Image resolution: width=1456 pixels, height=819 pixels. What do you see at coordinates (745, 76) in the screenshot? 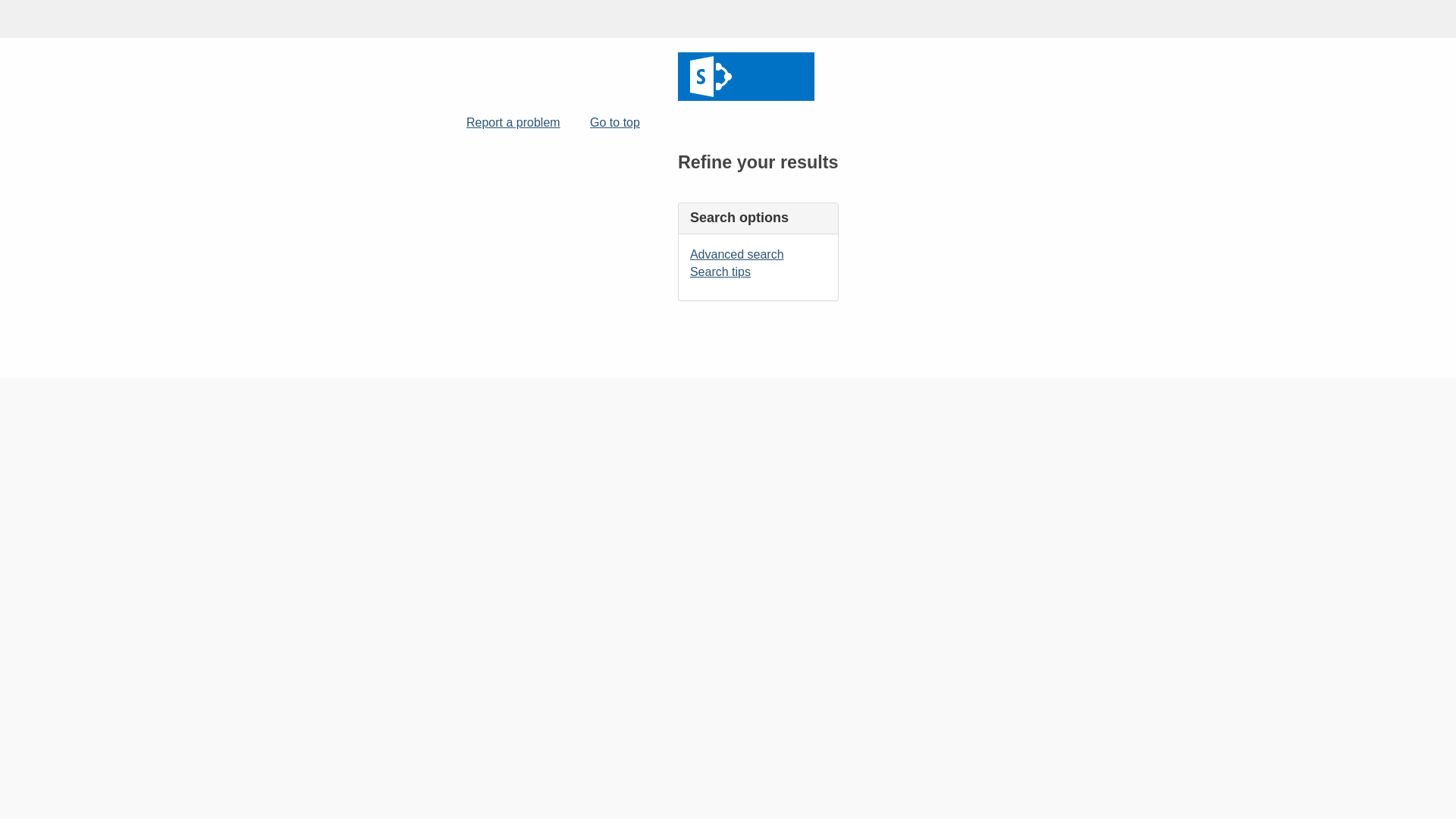
I see `'Search'` at bounding box center [745, 76].